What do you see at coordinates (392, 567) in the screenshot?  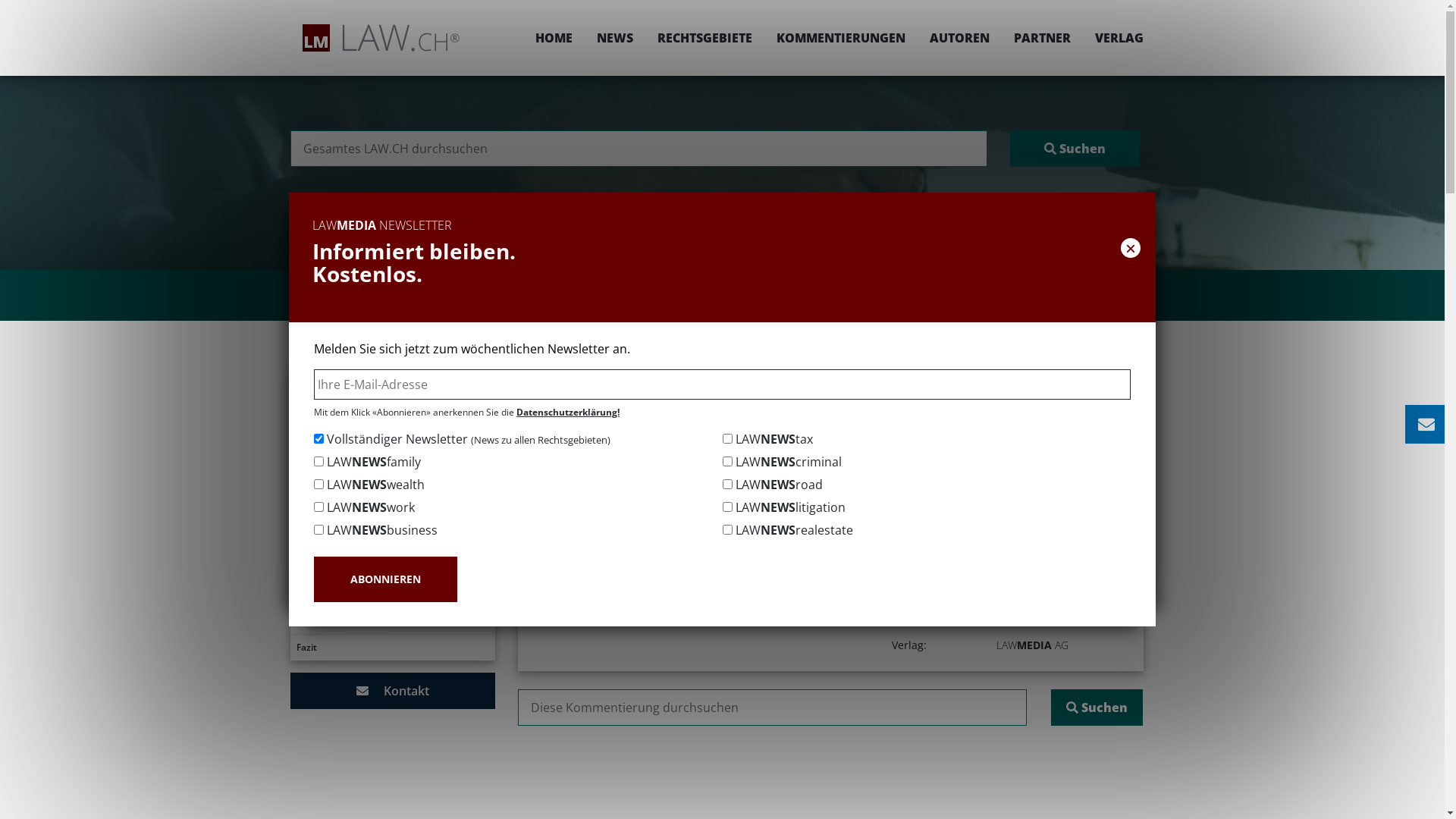 I see `'Verwendung der Begriffe'` at bounding box center [392, 567].